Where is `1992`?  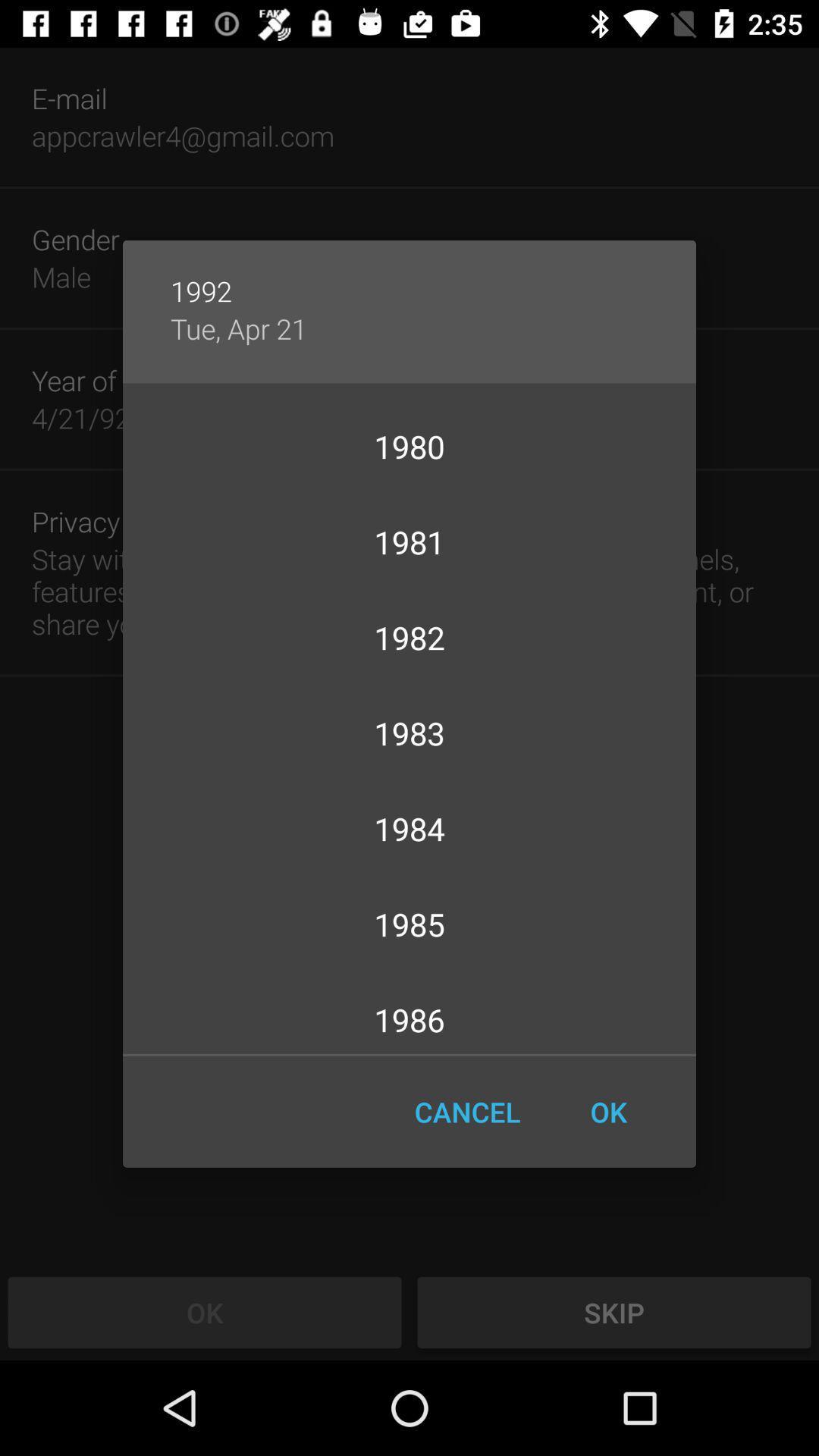 1992 is located at coordinates (409, 275).